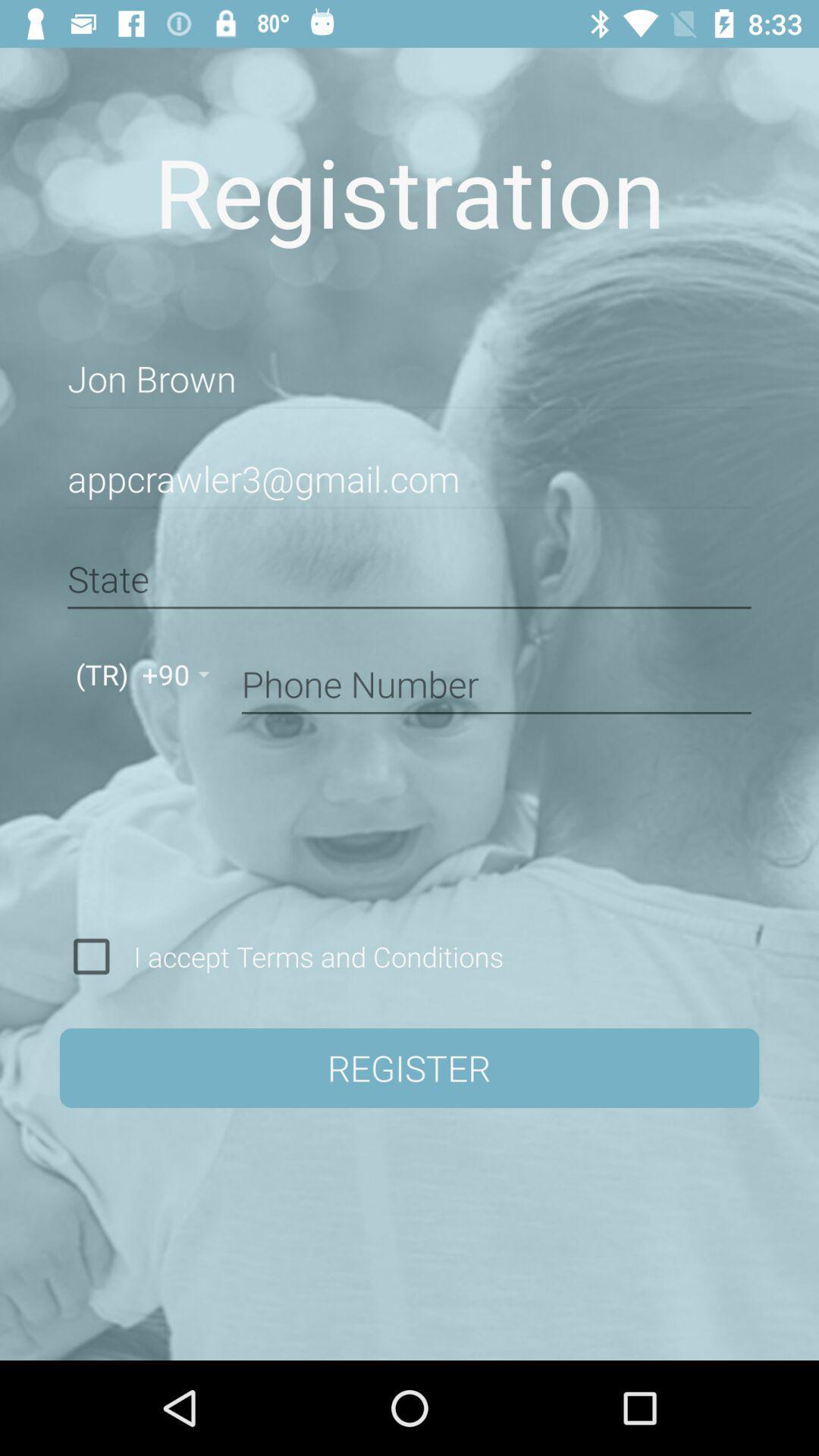 Image resolution: width=819 pixels, height=1456 pixels. What do you see at coordinates (91, 955) in the screenshot?
I see `agree to the terms of conditions` at bounding box center [91, 955].